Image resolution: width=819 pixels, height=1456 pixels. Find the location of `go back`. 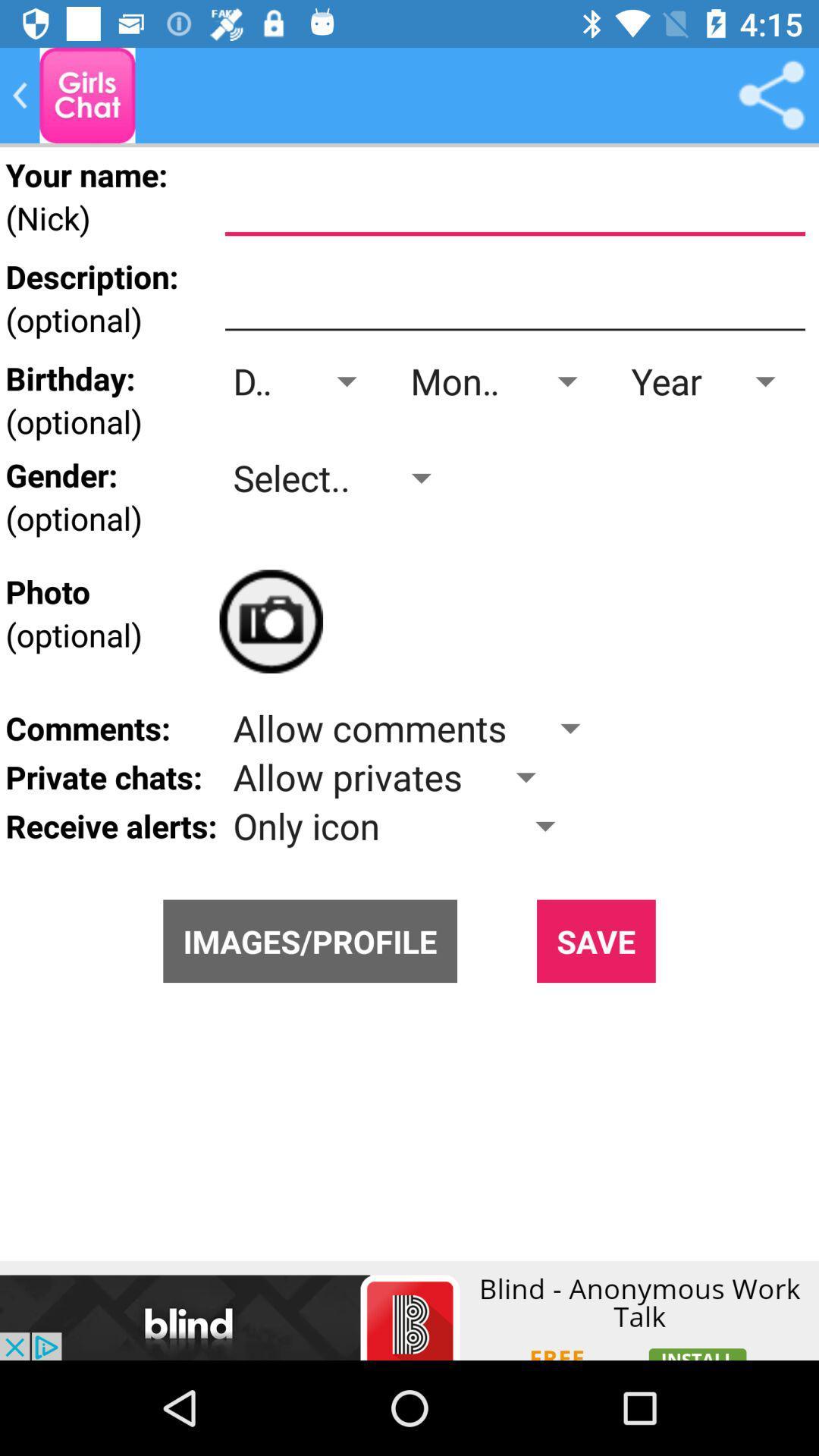

go back is located at coordinates (87, 94).